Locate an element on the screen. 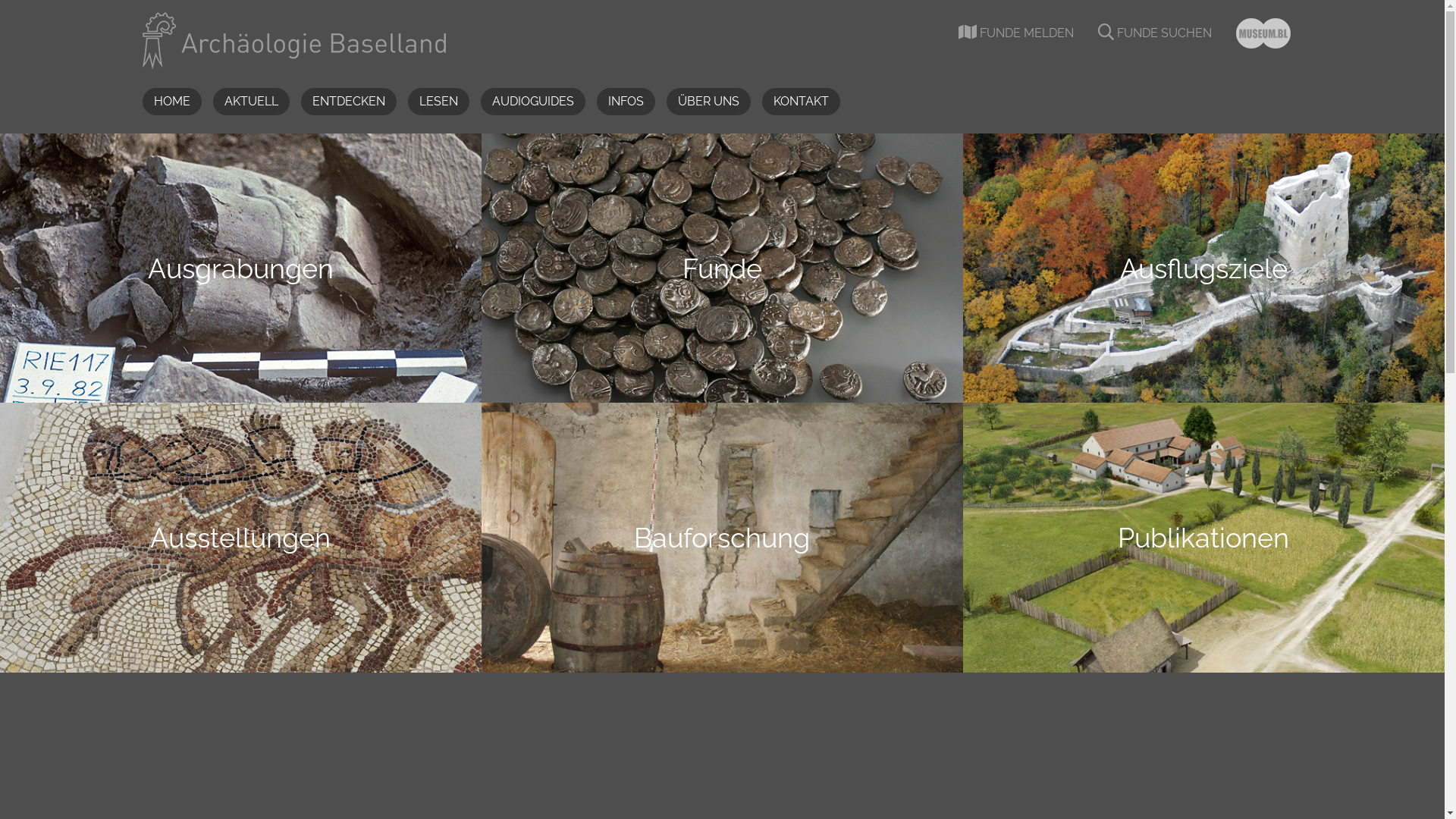 The height and width of the screenshot is (819, 1456). 'Publikationen' is located at coordinates (1203, 536).